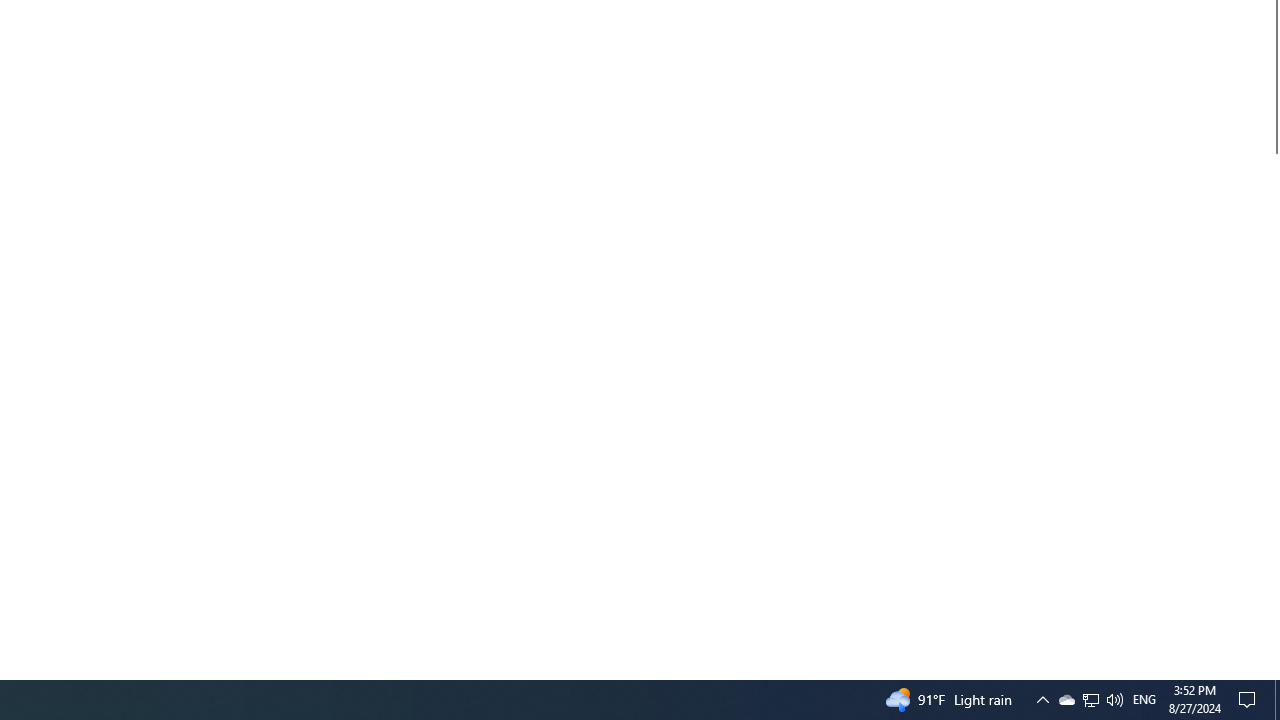 The image size is (1280, 720). I want to click on 'Show desktop', so click(1271, 671).